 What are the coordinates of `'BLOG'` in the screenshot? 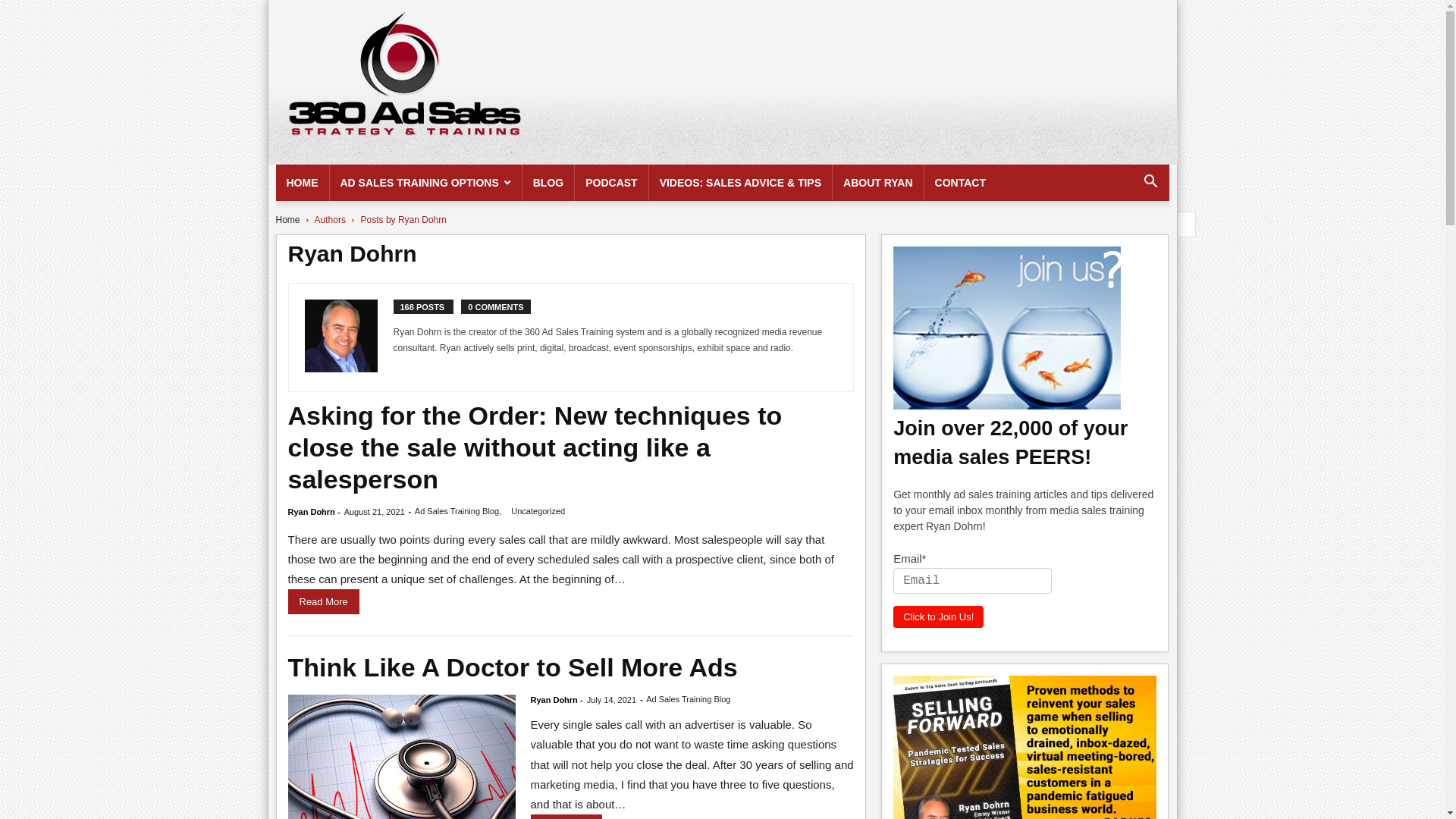 It's located at (548, 181).